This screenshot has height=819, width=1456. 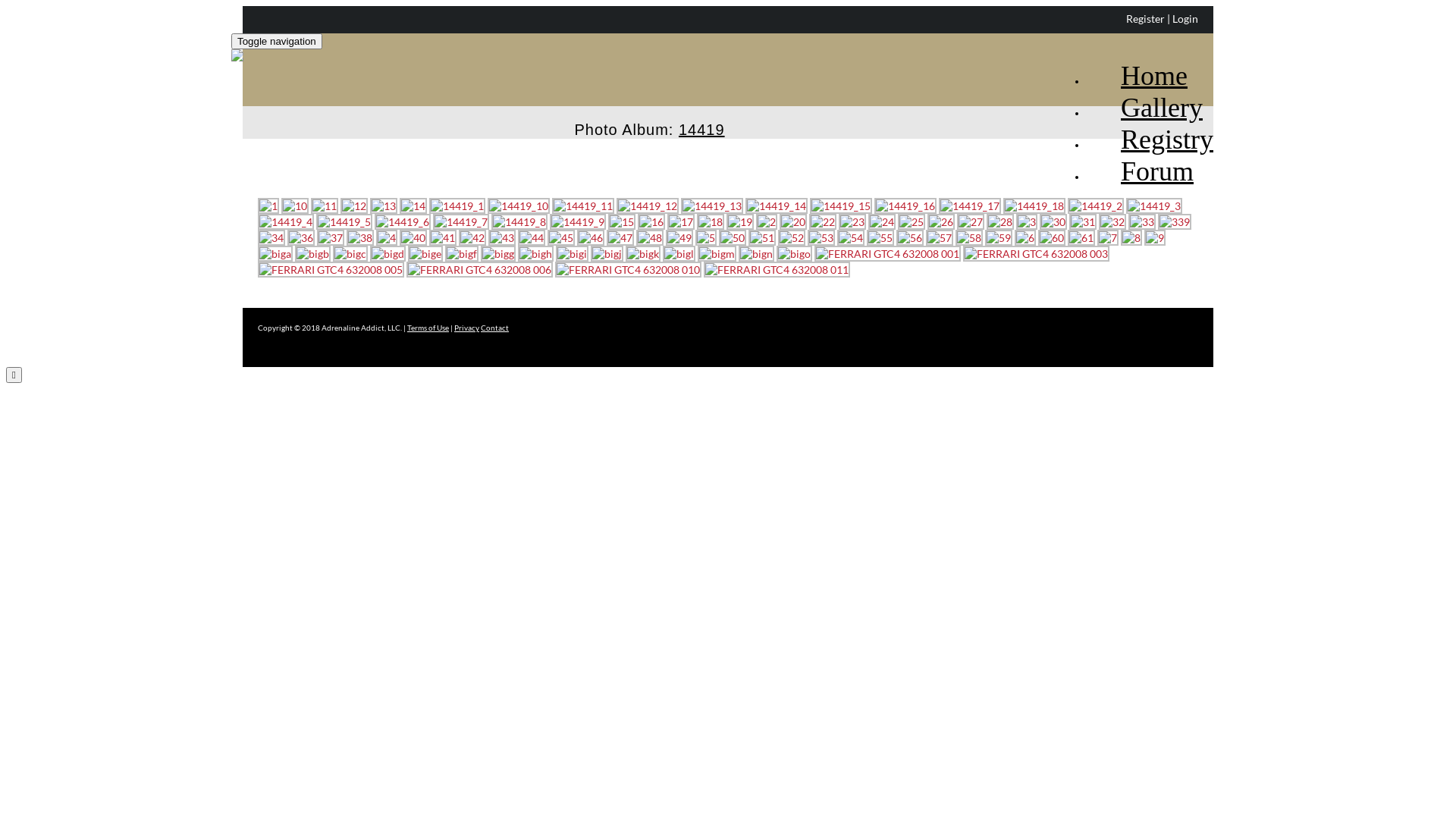 What do you see at coordinates (839, 206) in the screenshot?
I see `'14419_15 (click to enlarge)'` at bounding box center [839, 206].